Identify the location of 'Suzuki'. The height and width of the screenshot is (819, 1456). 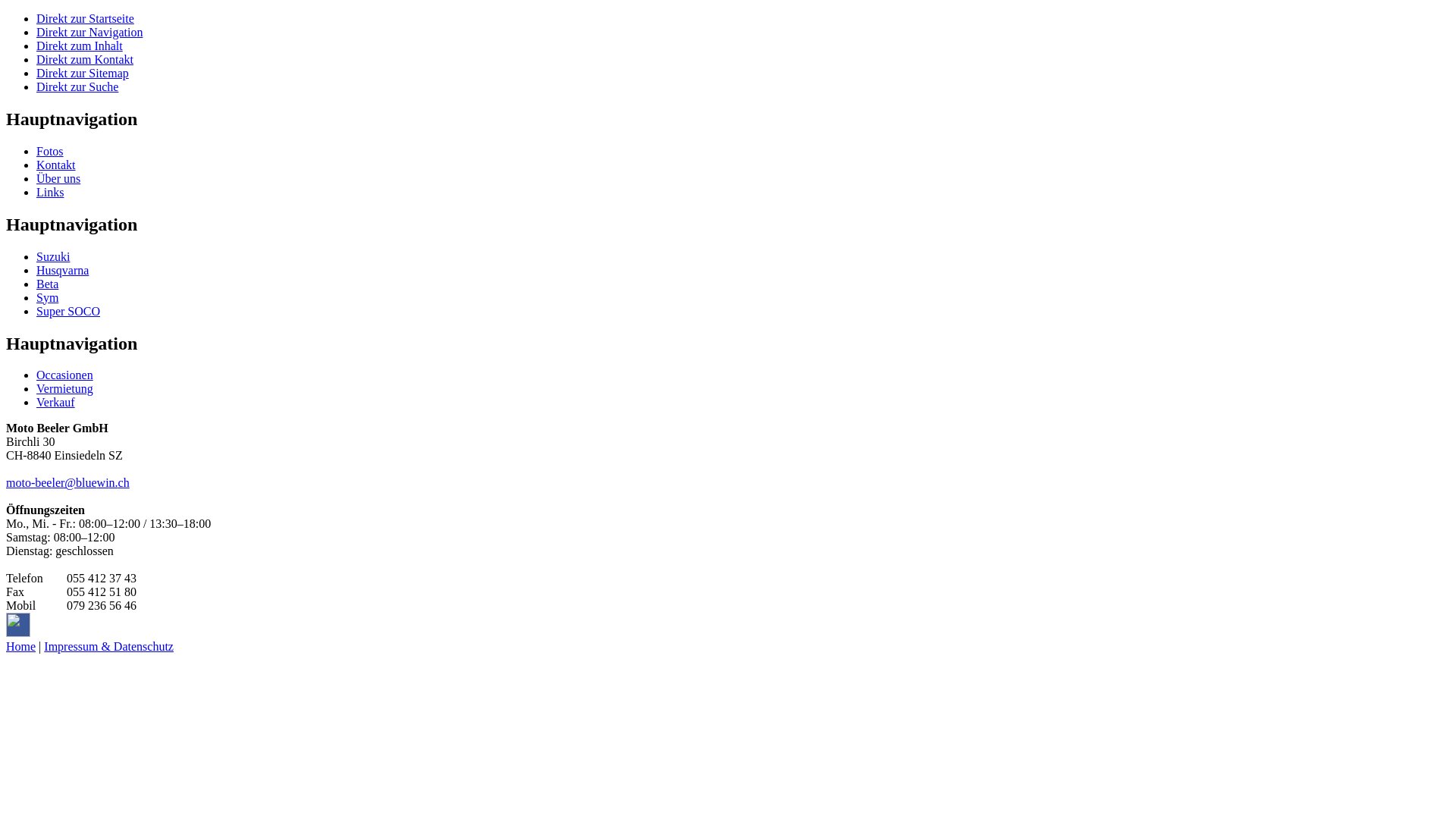
(36, 256).